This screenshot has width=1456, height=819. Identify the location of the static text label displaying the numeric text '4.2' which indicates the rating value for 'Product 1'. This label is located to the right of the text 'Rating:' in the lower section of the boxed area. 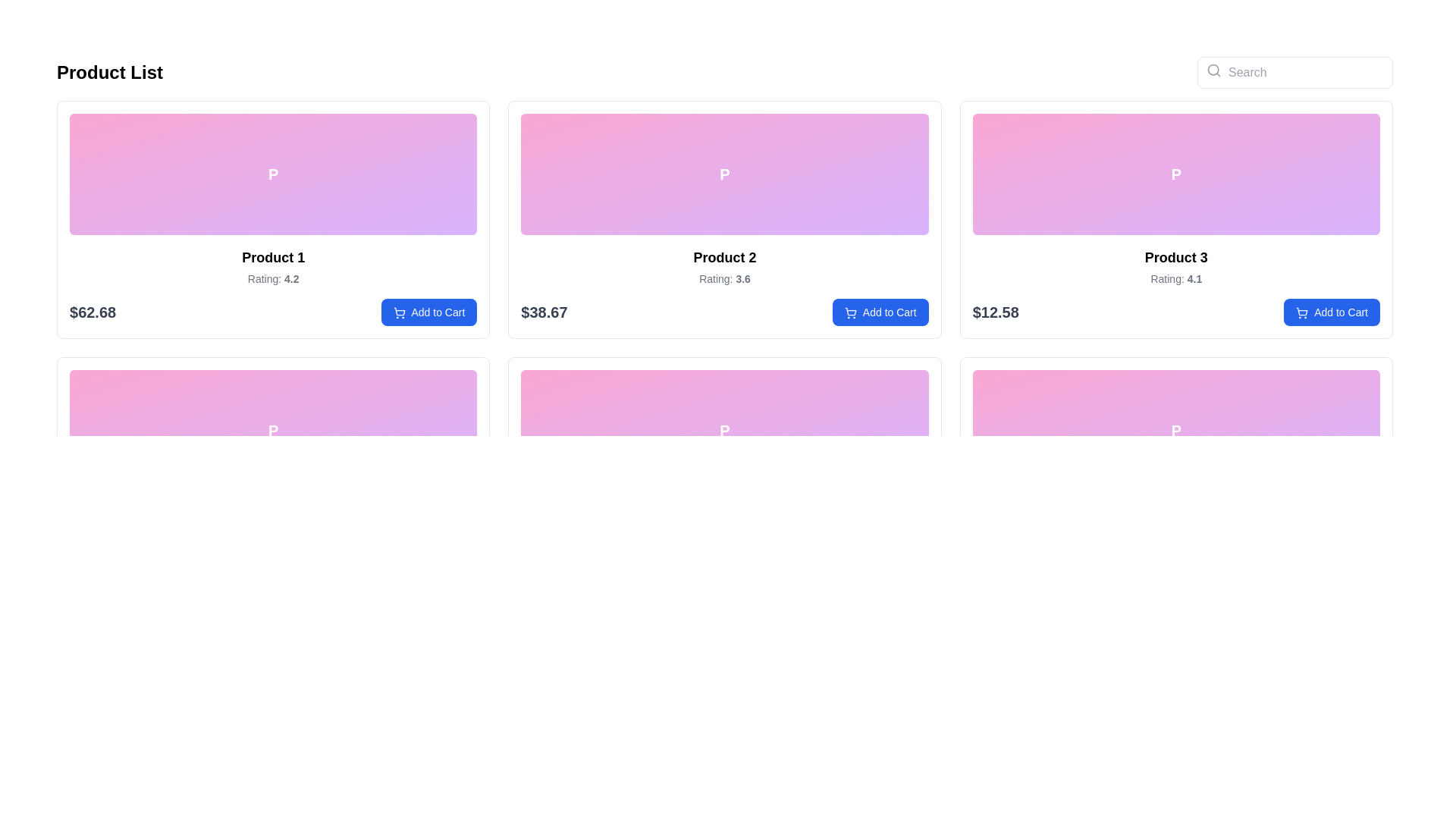
(291, 278).